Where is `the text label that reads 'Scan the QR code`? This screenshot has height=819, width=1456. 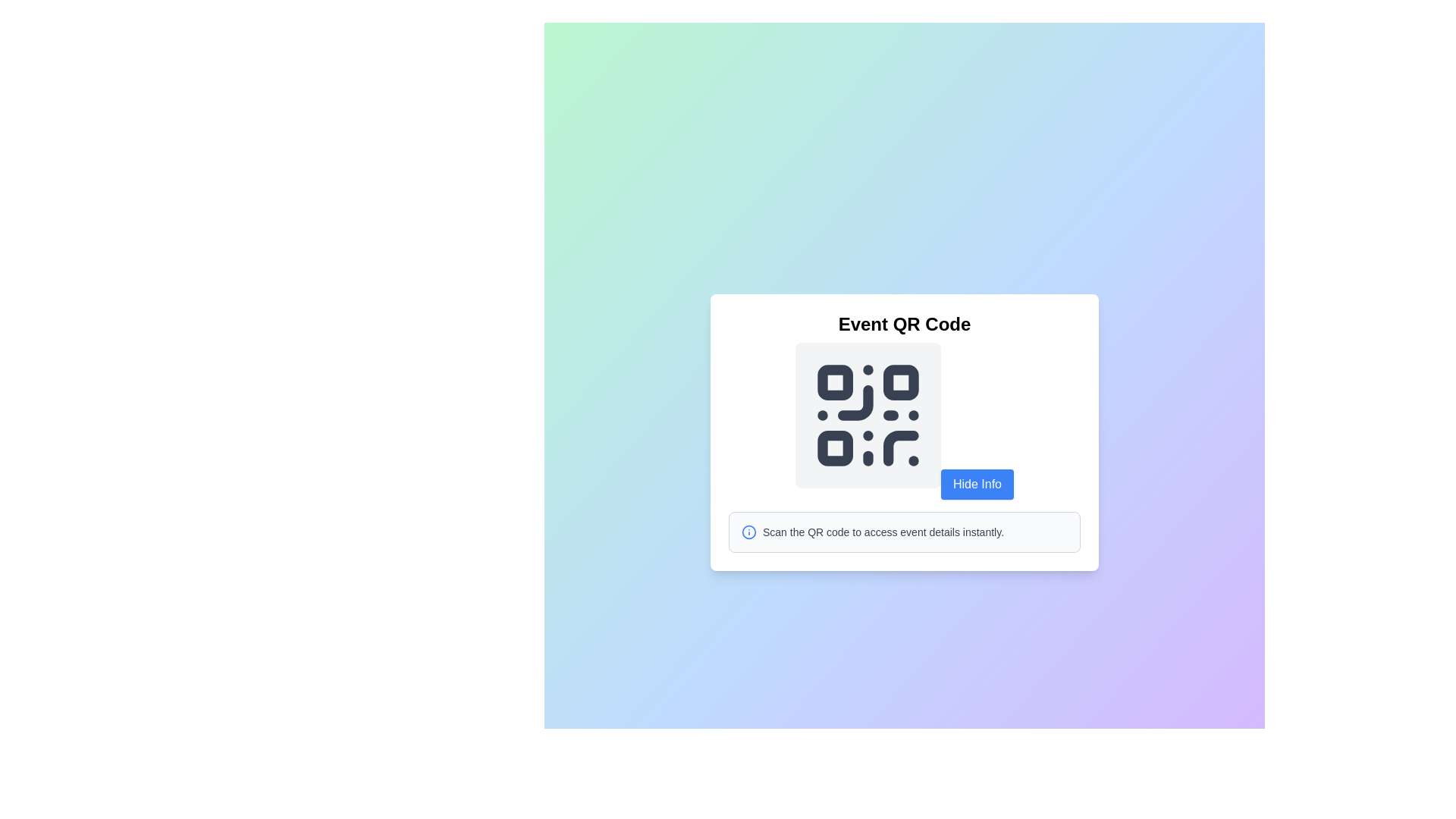
the text label that reads 'Scan the QR code is located at coordinates (883, 531).